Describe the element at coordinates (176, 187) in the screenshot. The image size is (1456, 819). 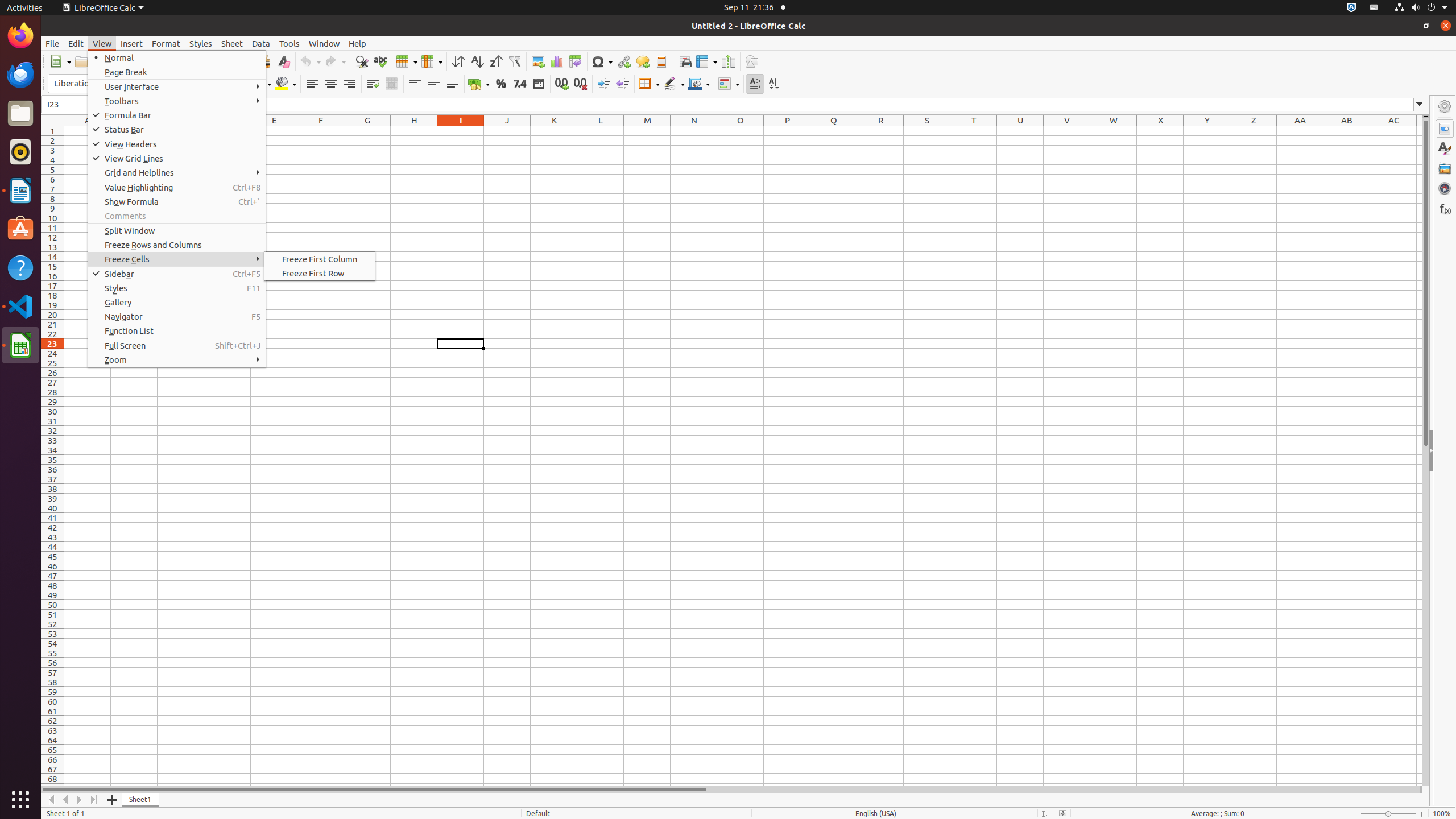
I see `'Value Highlighting'` at that location.